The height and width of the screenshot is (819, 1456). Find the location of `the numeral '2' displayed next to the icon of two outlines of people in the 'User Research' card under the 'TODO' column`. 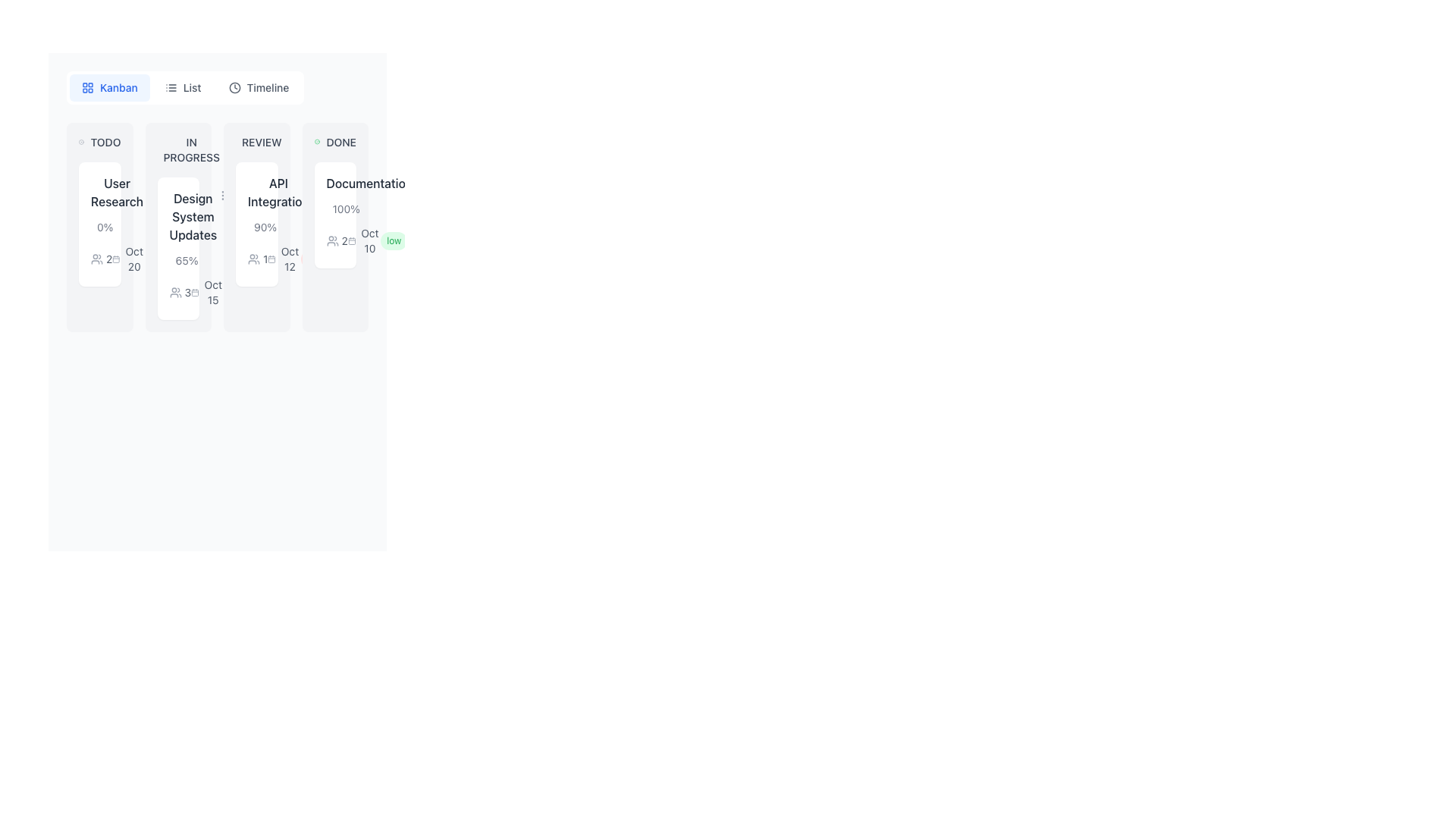

the numeral '2' displayed next to the icon of two outlines of people in the 'User Research' card under the 'TODO' column is located at coordinates (101, 259).